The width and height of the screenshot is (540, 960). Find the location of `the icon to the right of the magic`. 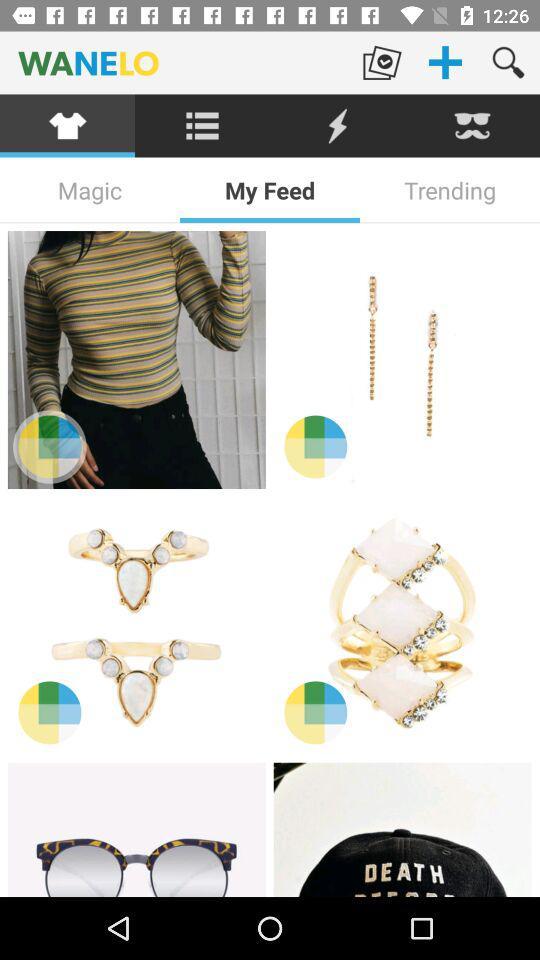

the icon to the right of the magic is located at coordinates (270, 190).